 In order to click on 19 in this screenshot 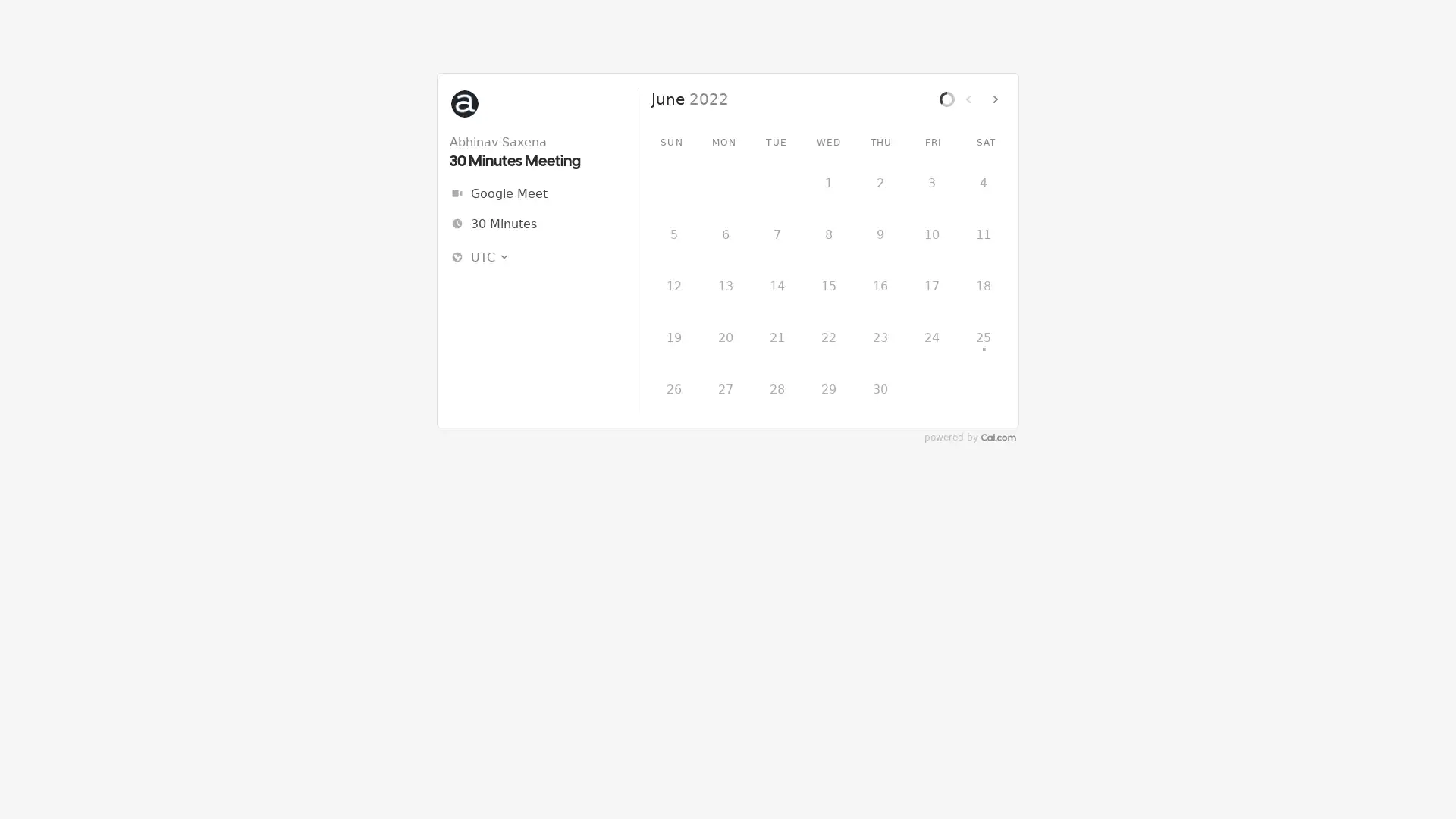, I will do `click(673, 336)`.